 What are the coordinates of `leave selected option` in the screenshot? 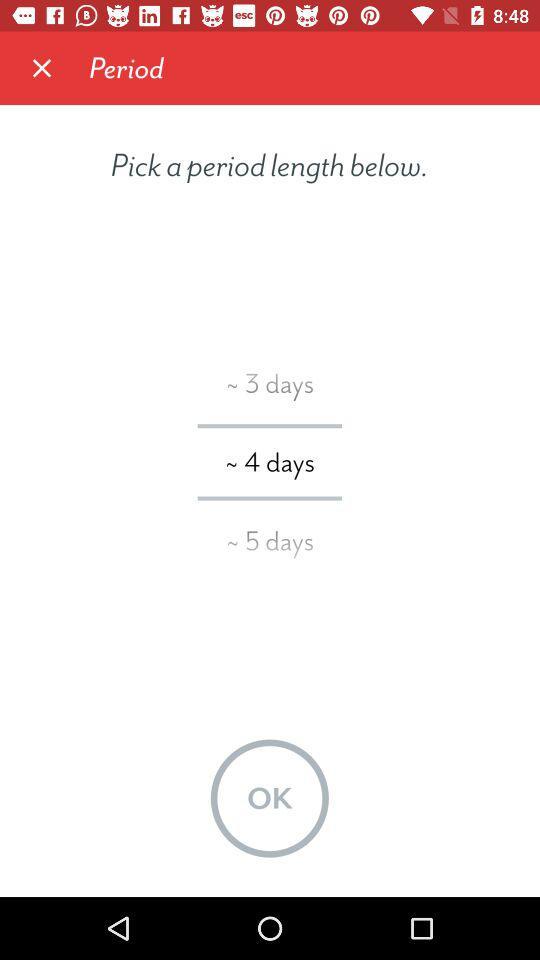 It's located at (42, 68).